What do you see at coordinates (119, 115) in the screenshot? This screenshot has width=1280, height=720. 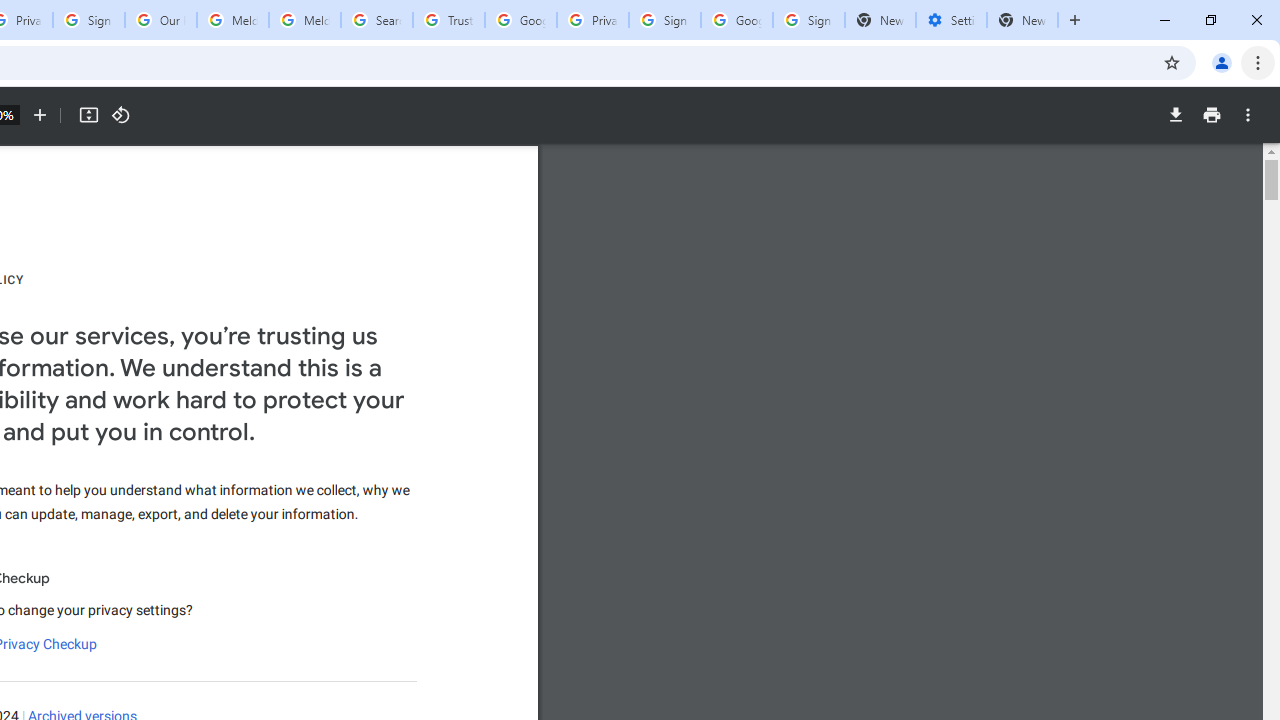 I see `'Rotate counterclockwise'` at bounding box center [119, 115].